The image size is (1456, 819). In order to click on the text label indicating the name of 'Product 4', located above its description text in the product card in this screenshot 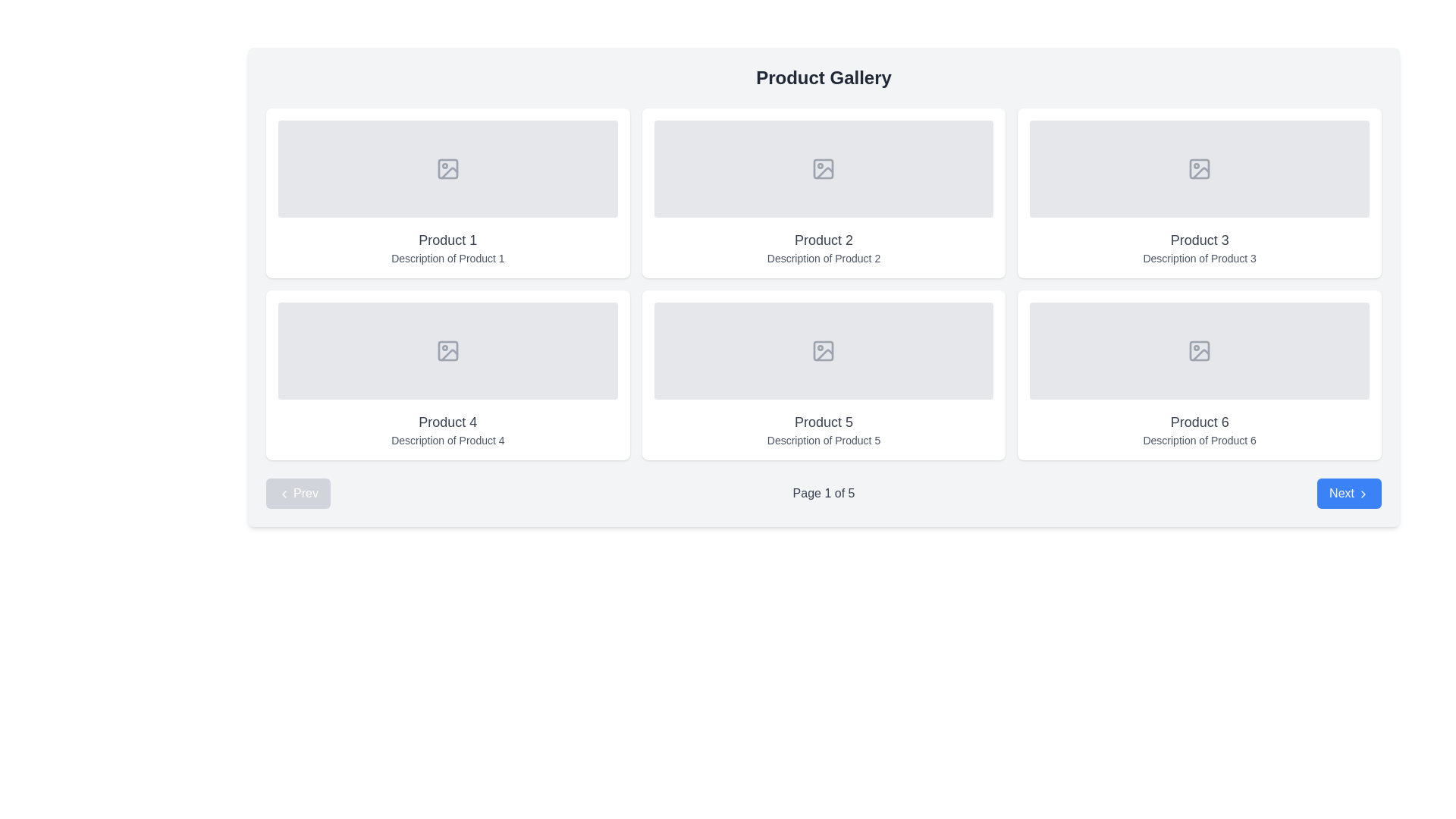, I will do `click(447, 422)`.